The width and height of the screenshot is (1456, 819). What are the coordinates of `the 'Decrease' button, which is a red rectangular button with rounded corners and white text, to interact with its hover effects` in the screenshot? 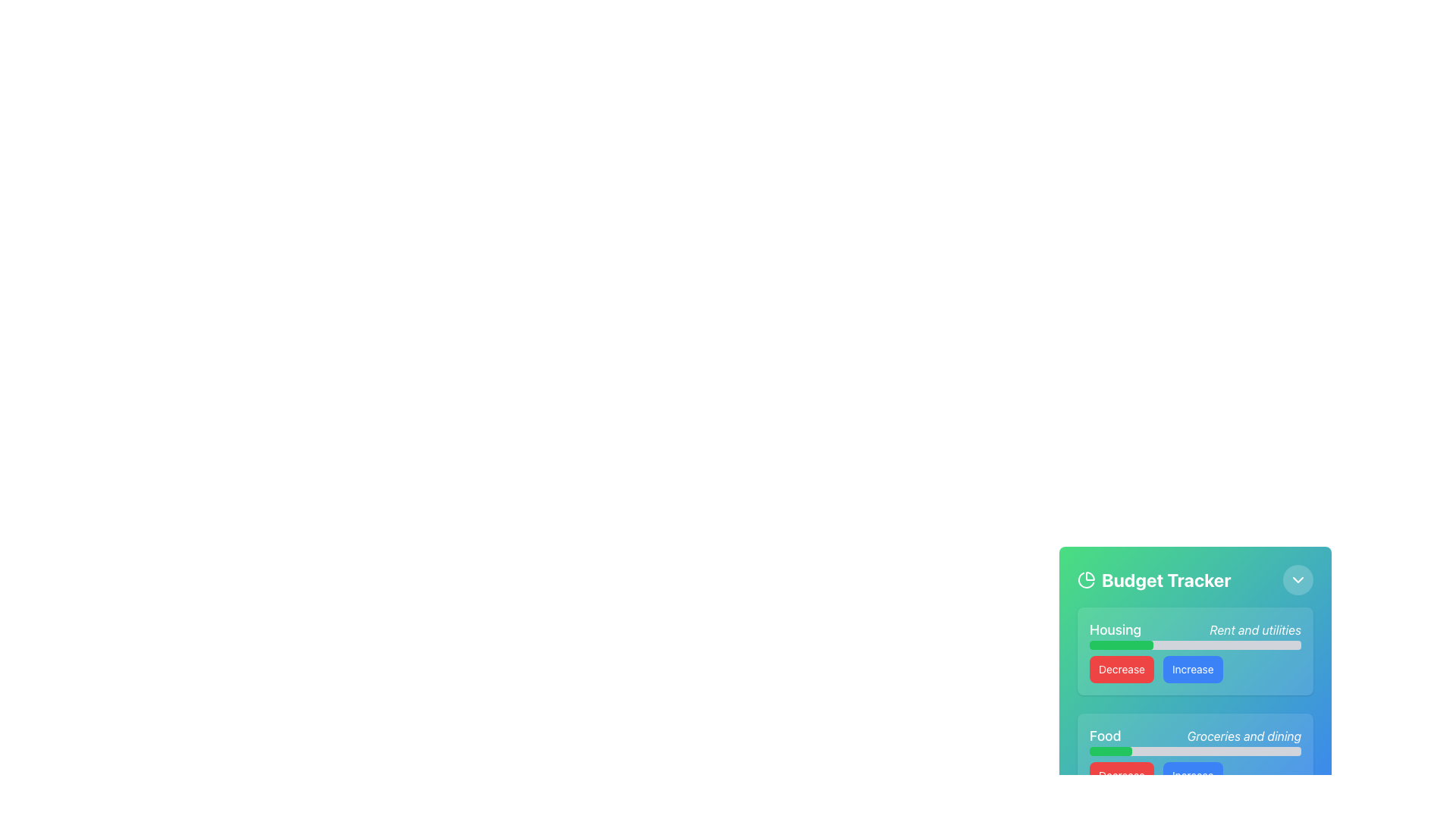 It's located at (1122, 669).